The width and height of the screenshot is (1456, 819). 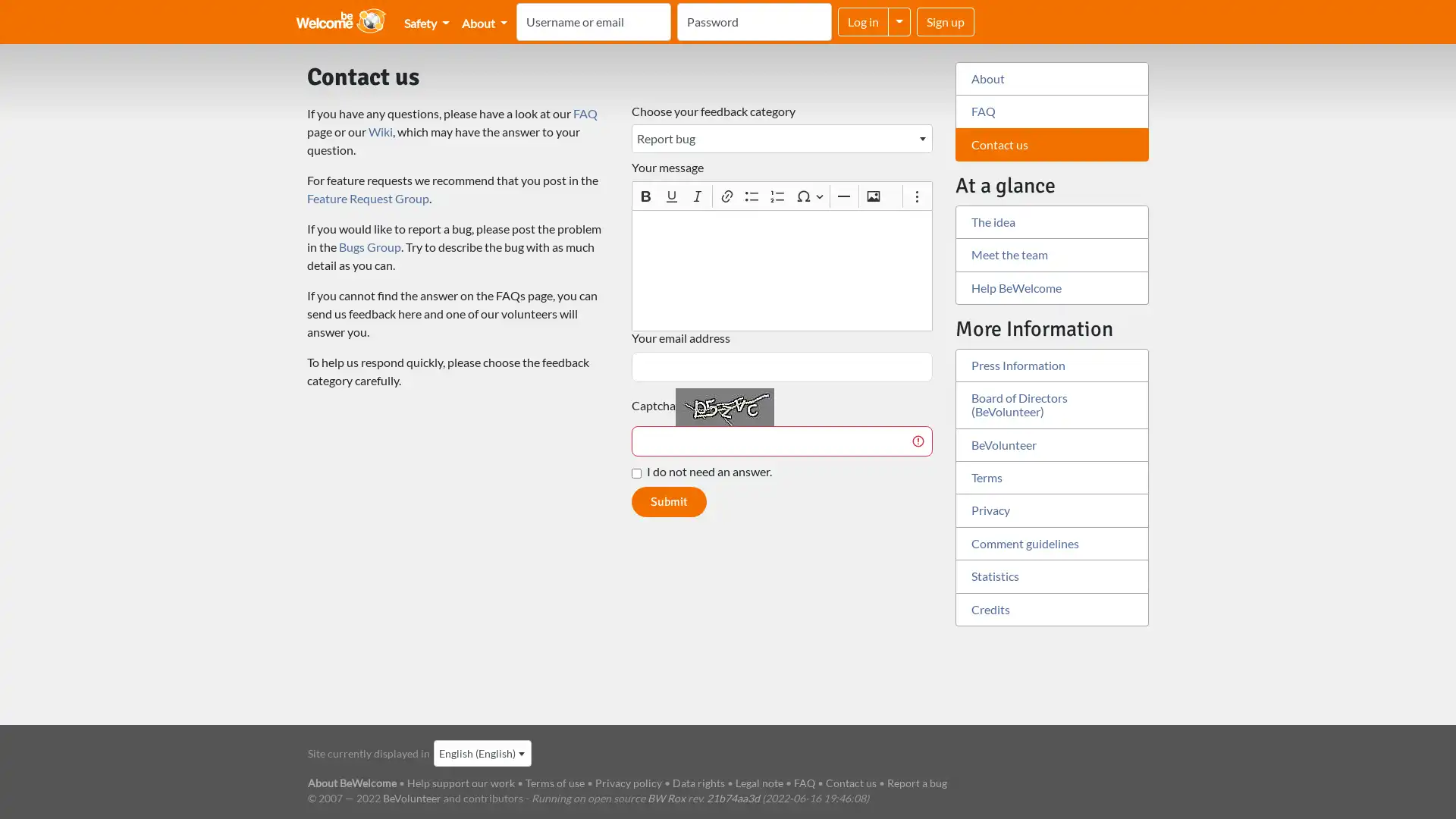 What do you see at coordinates (667, 500) in the screenshot?
I see `Submit` at bounding box center [667, 500].